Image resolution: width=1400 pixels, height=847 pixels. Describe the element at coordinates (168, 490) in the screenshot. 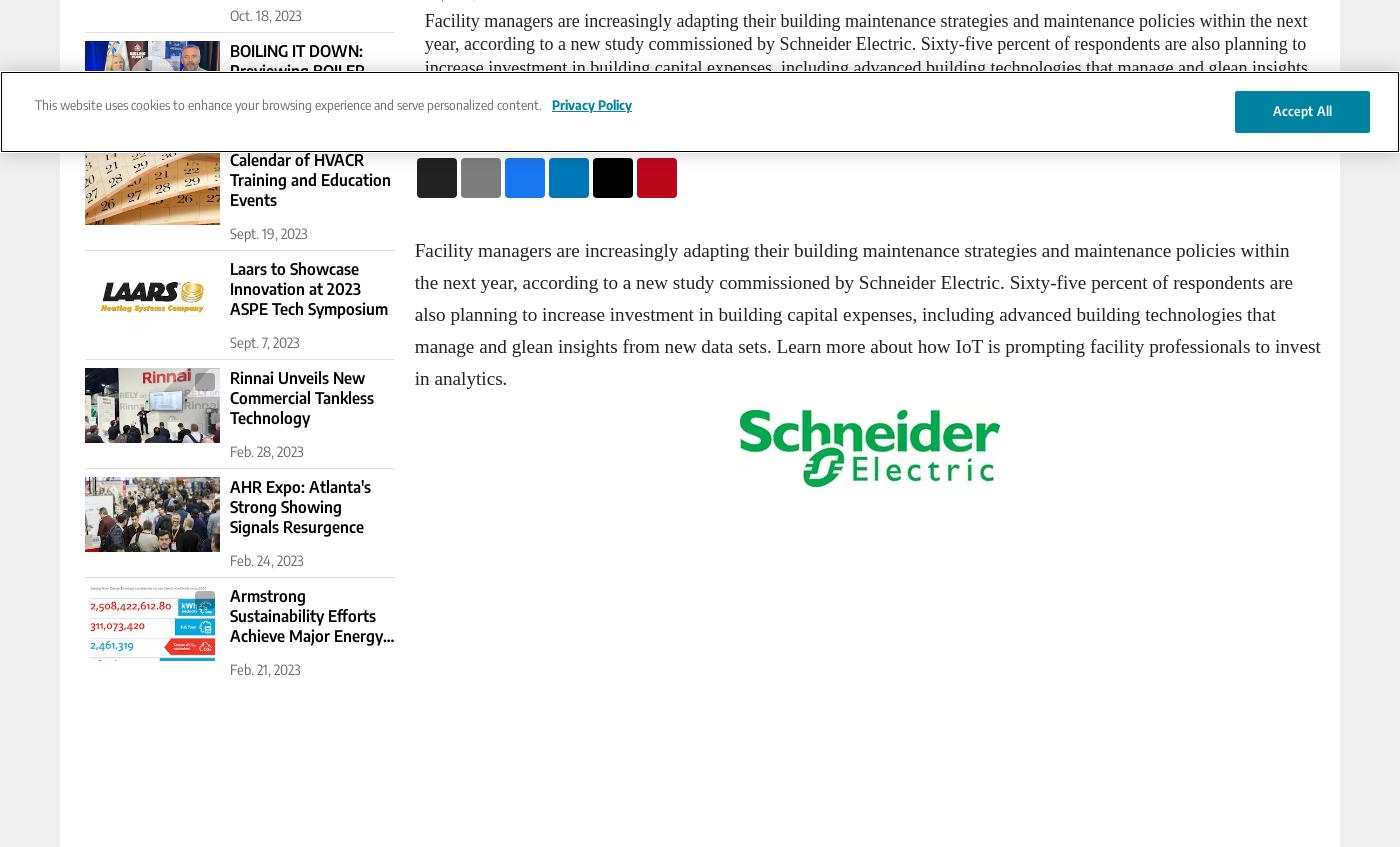

I see `'AHR Expo'` at that location.